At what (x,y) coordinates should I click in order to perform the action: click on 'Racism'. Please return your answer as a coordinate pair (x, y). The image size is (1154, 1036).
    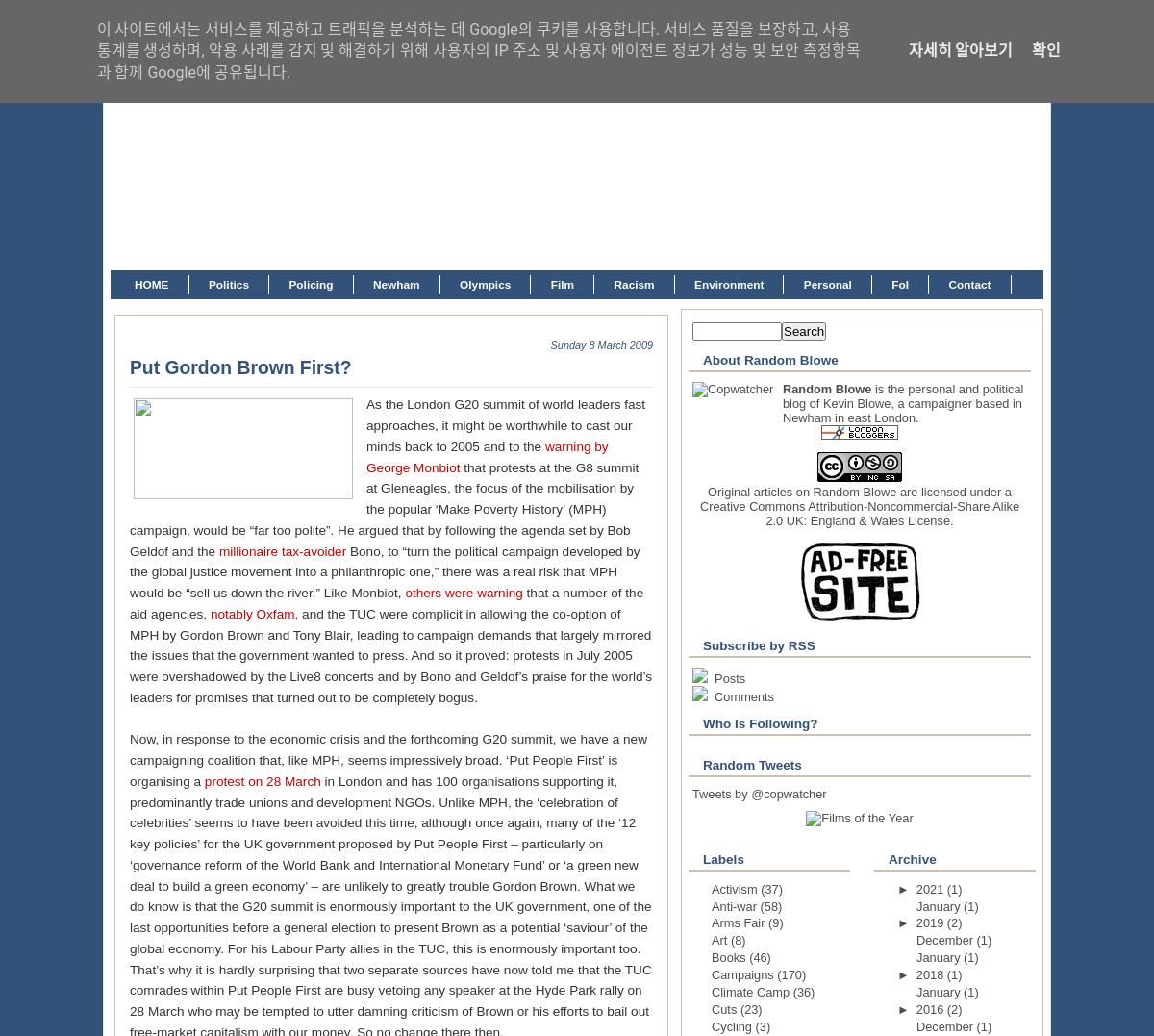
    Looking at the image, I should click on (634, 284).